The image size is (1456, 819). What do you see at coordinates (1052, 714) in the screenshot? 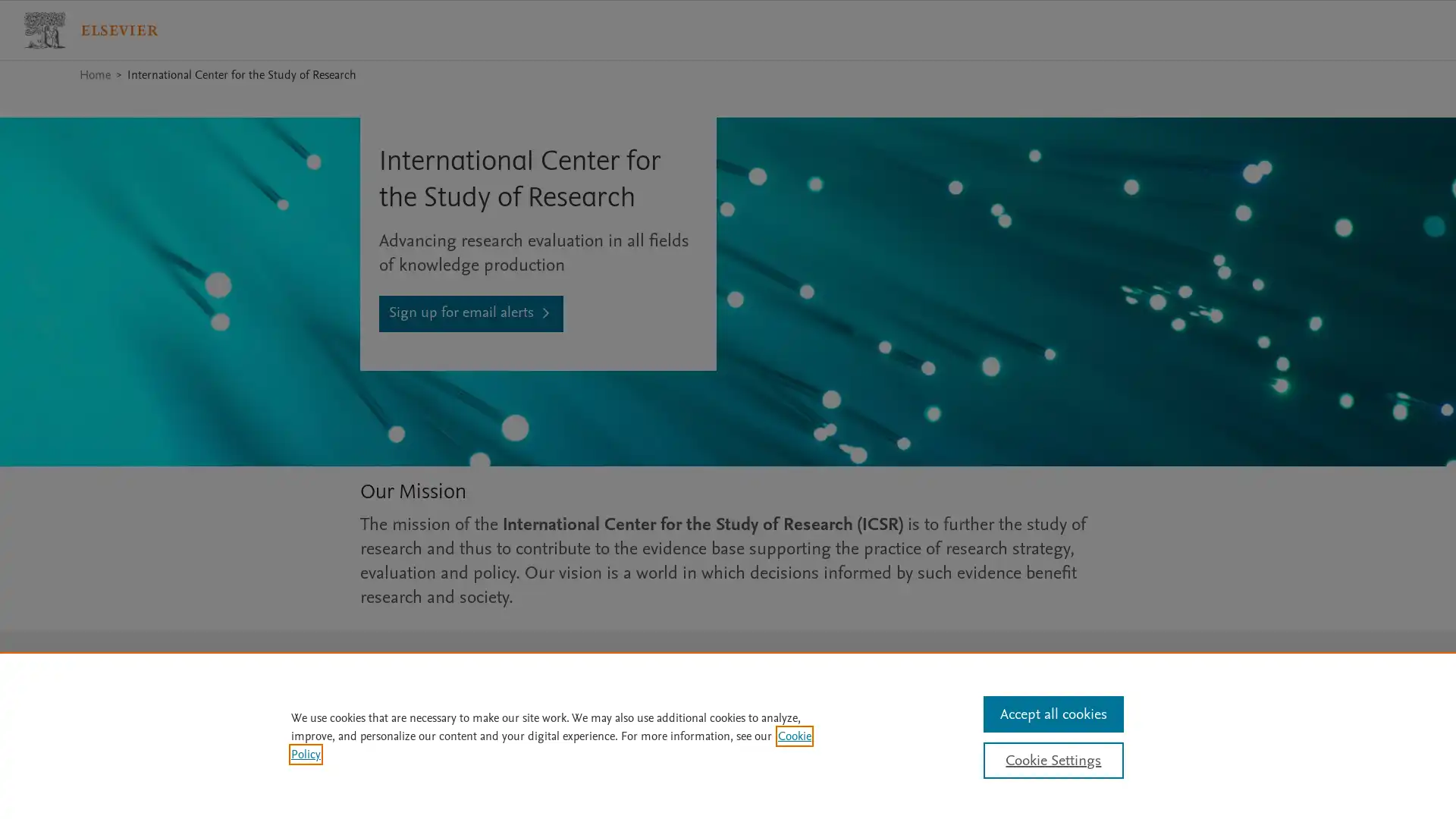
I see `Accept all cookies` at bounding box center [1052, 714].